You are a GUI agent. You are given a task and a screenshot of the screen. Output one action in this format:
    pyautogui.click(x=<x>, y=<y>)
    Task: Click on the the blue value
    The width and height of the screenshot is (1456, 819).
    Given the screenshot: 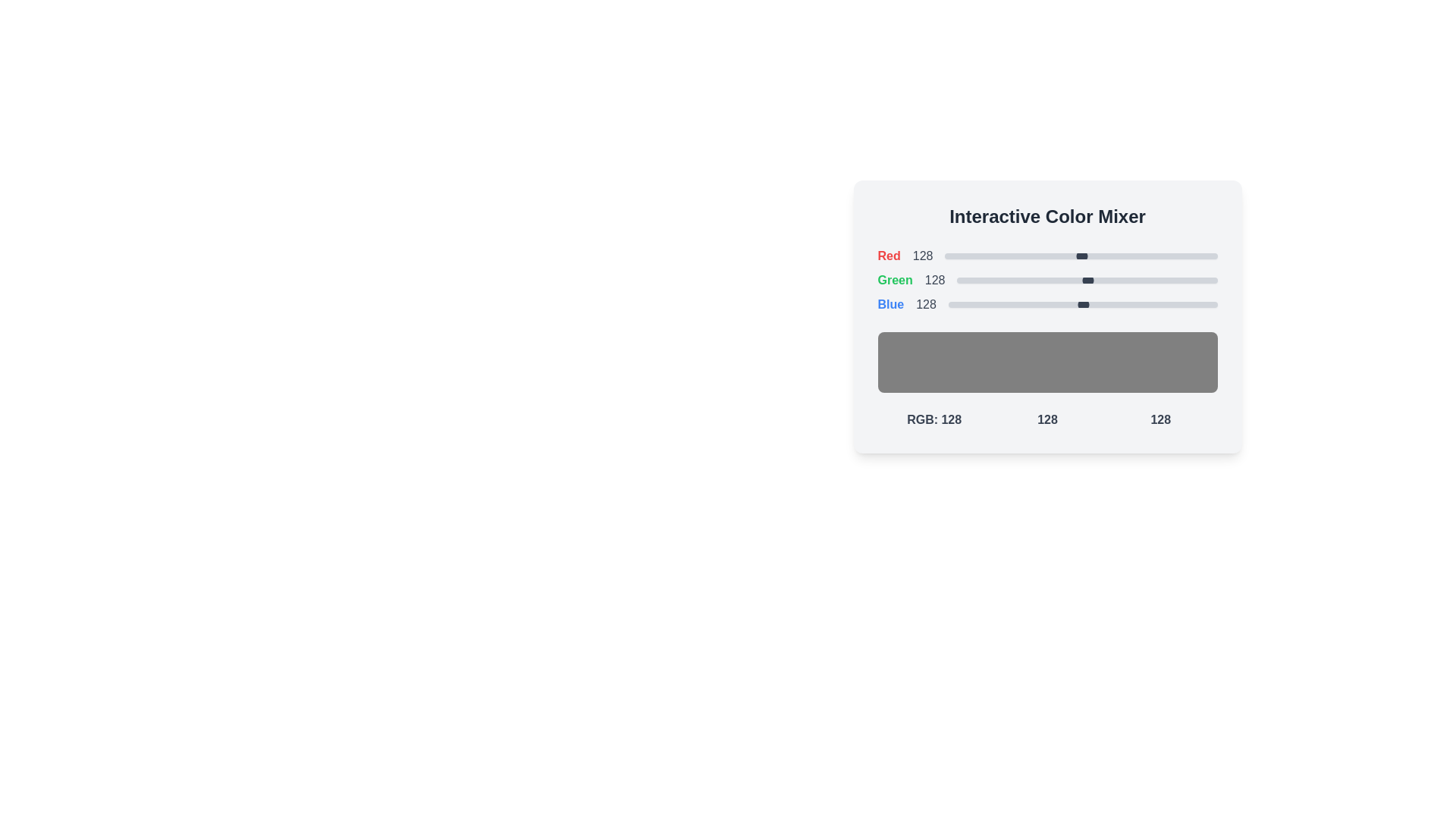 What is the action you would take?
    pyautogui.click(x=1084, y=304)
    